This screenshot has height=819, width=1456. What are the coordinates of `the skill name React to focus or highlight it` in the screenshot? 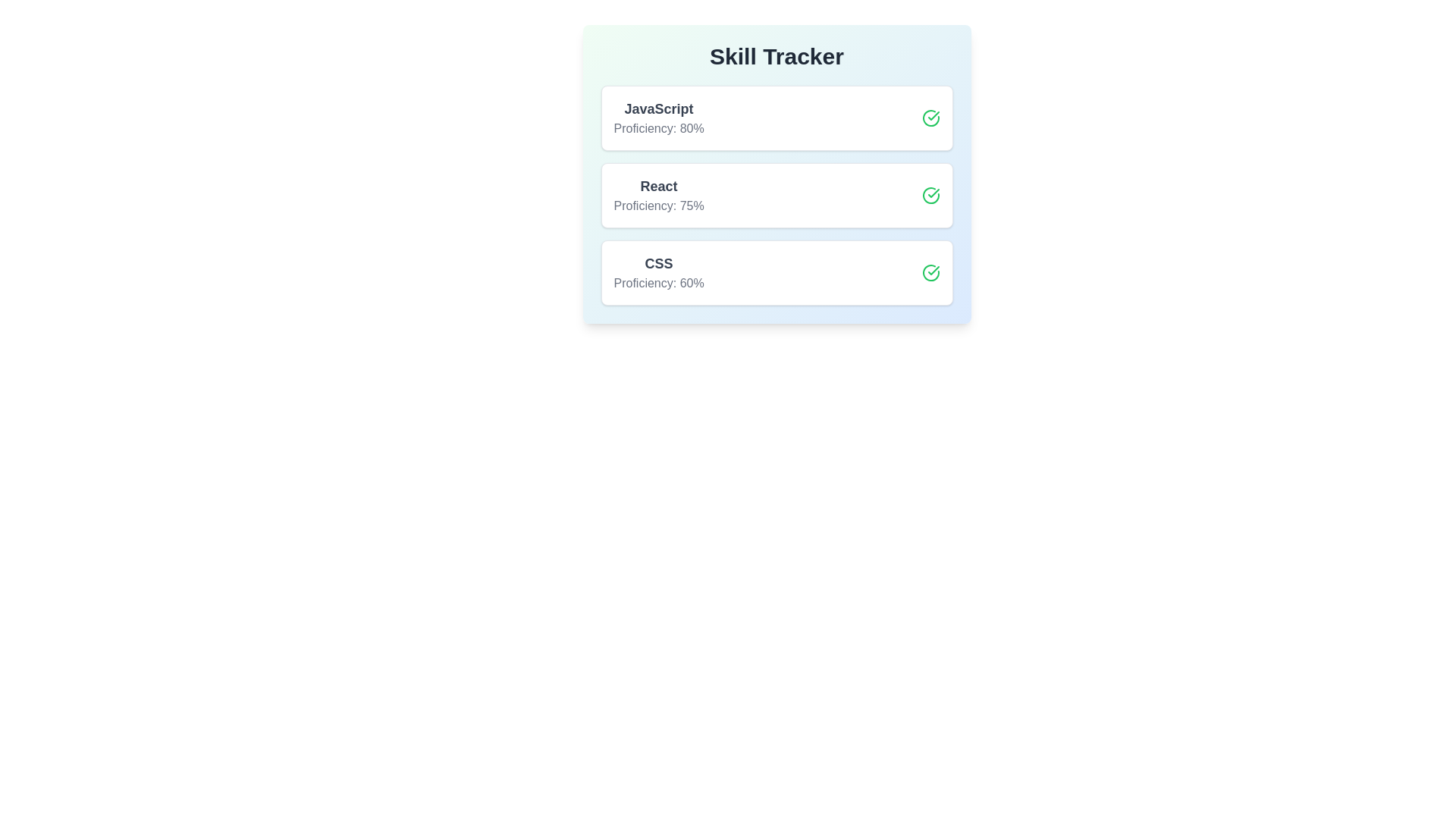 It's located at (658, 186).